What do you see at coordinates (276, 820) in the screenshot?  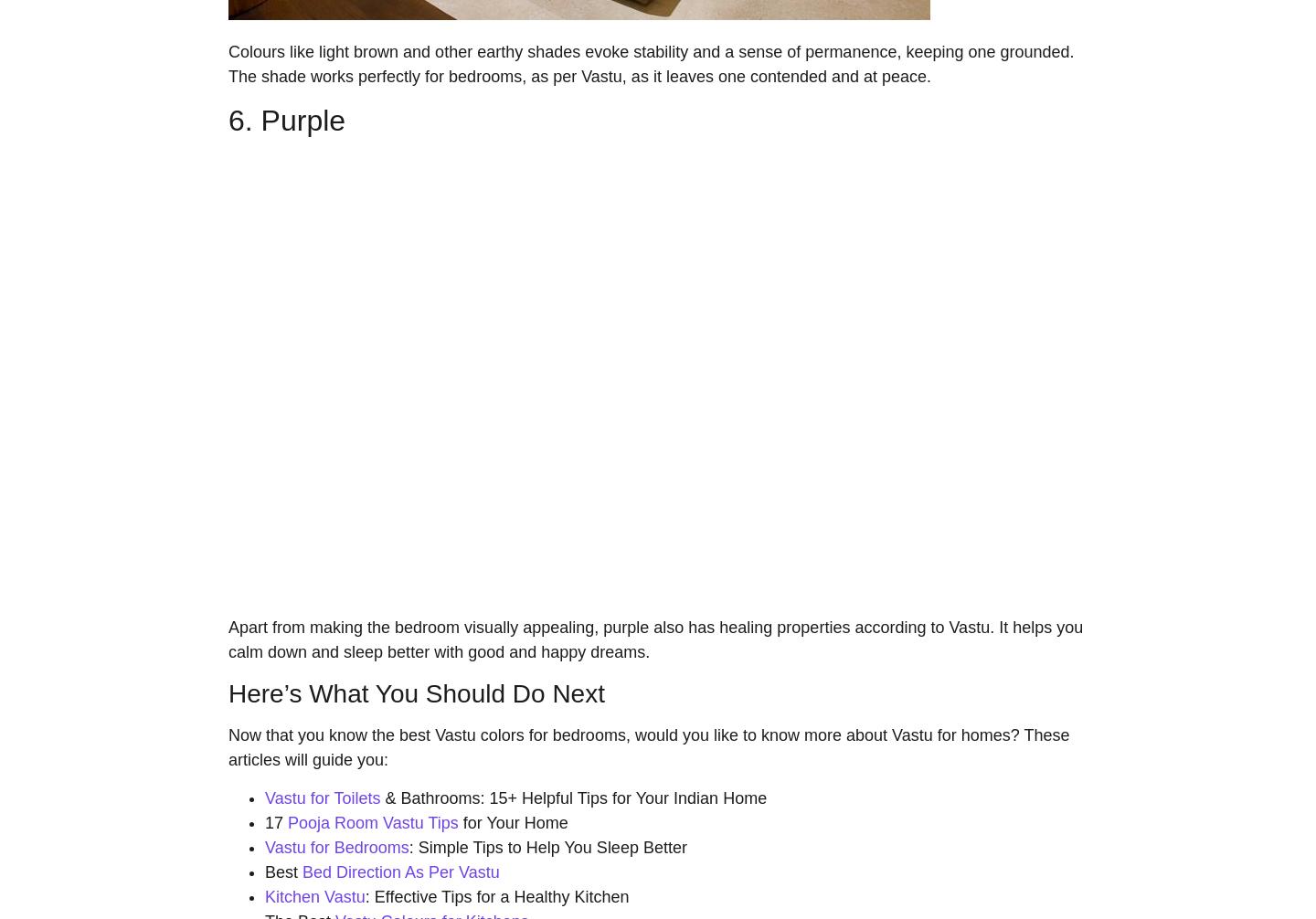 I see `'17'` at bounding box center [276, 820].